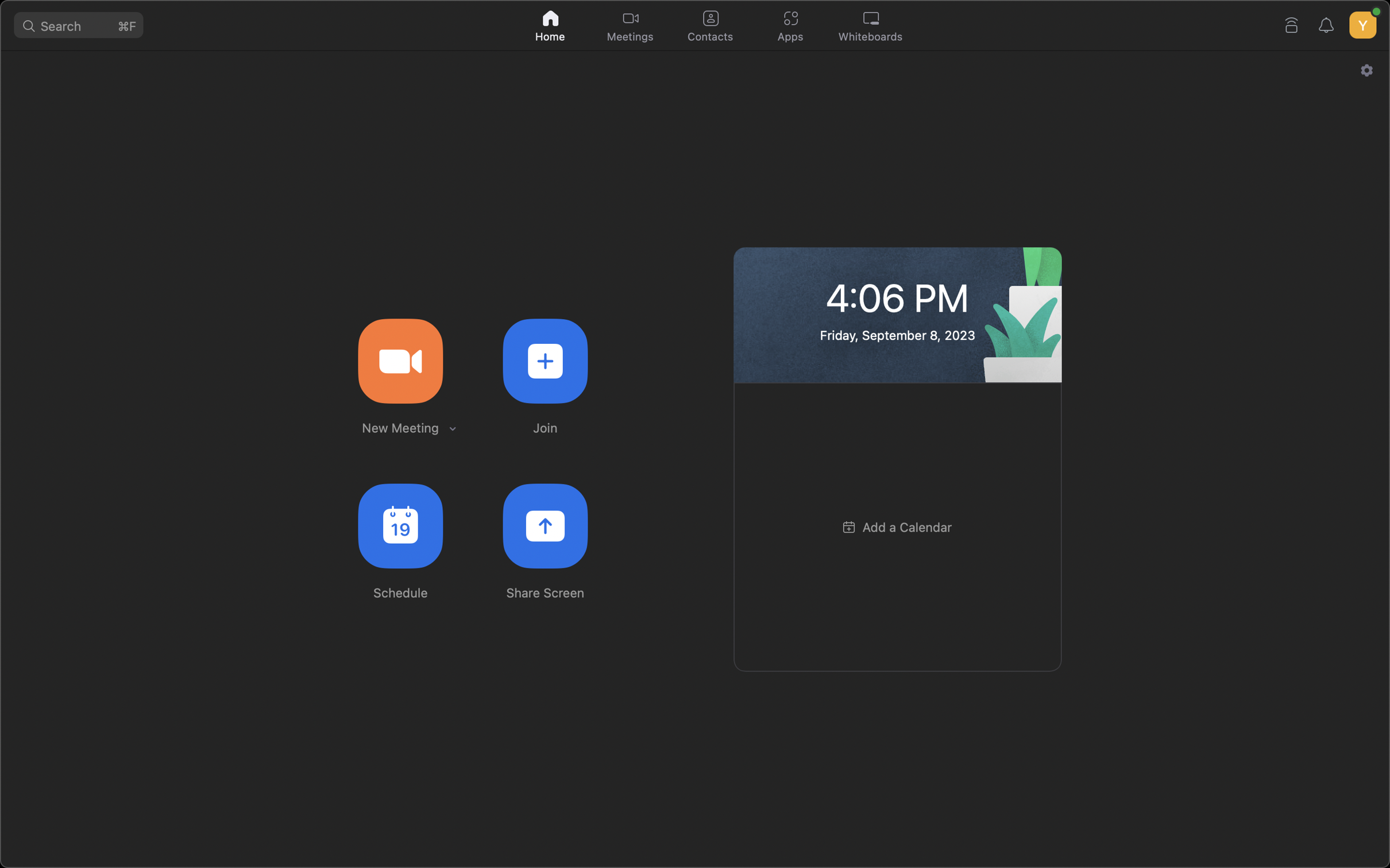 This screenshot has height=868, width=1390. What do you see at coordinates (1361, 22) in the screenshot?
I see `your profile preferences by hitting the account button` at bounding box center [1361, 22].